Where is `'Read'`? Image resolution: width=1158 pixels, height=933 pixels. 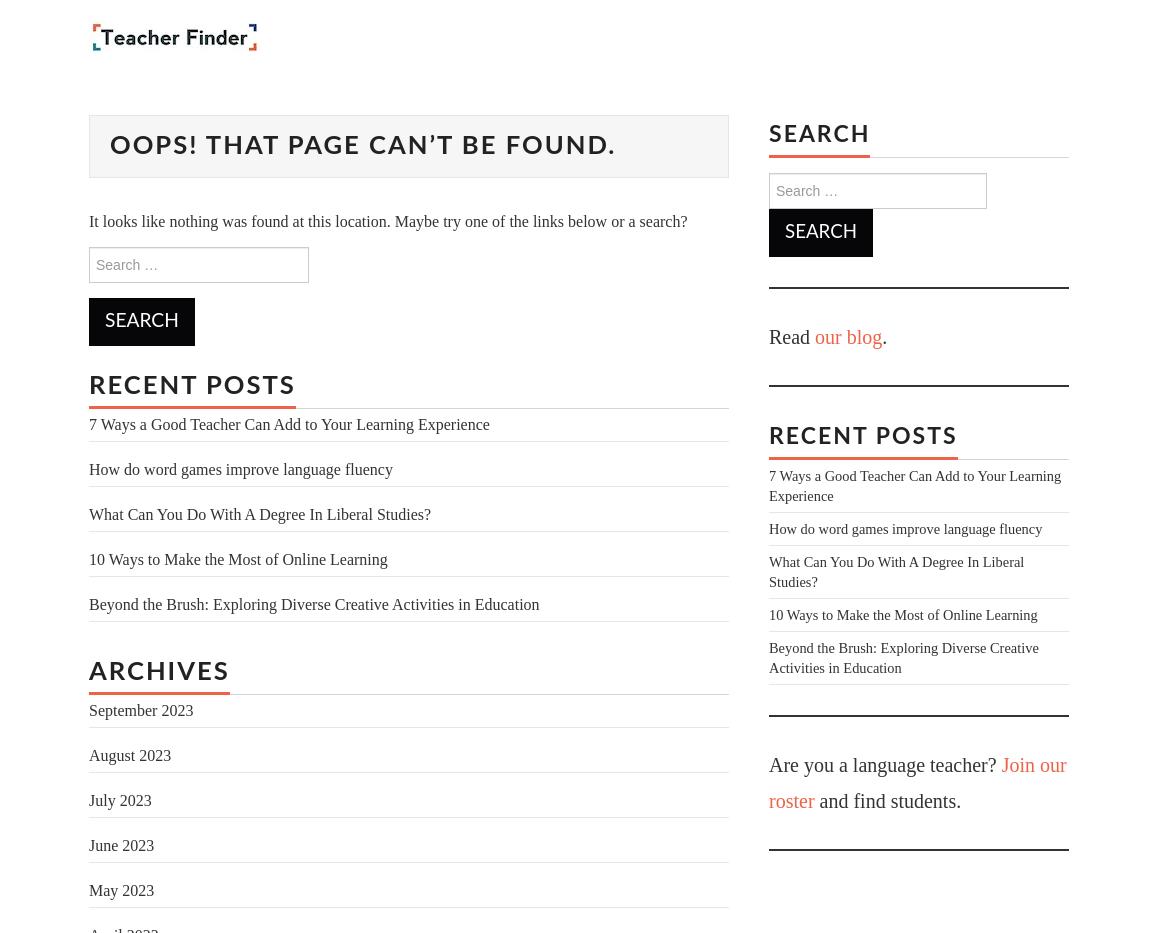 'Read' is located at coordinates (791, 335).